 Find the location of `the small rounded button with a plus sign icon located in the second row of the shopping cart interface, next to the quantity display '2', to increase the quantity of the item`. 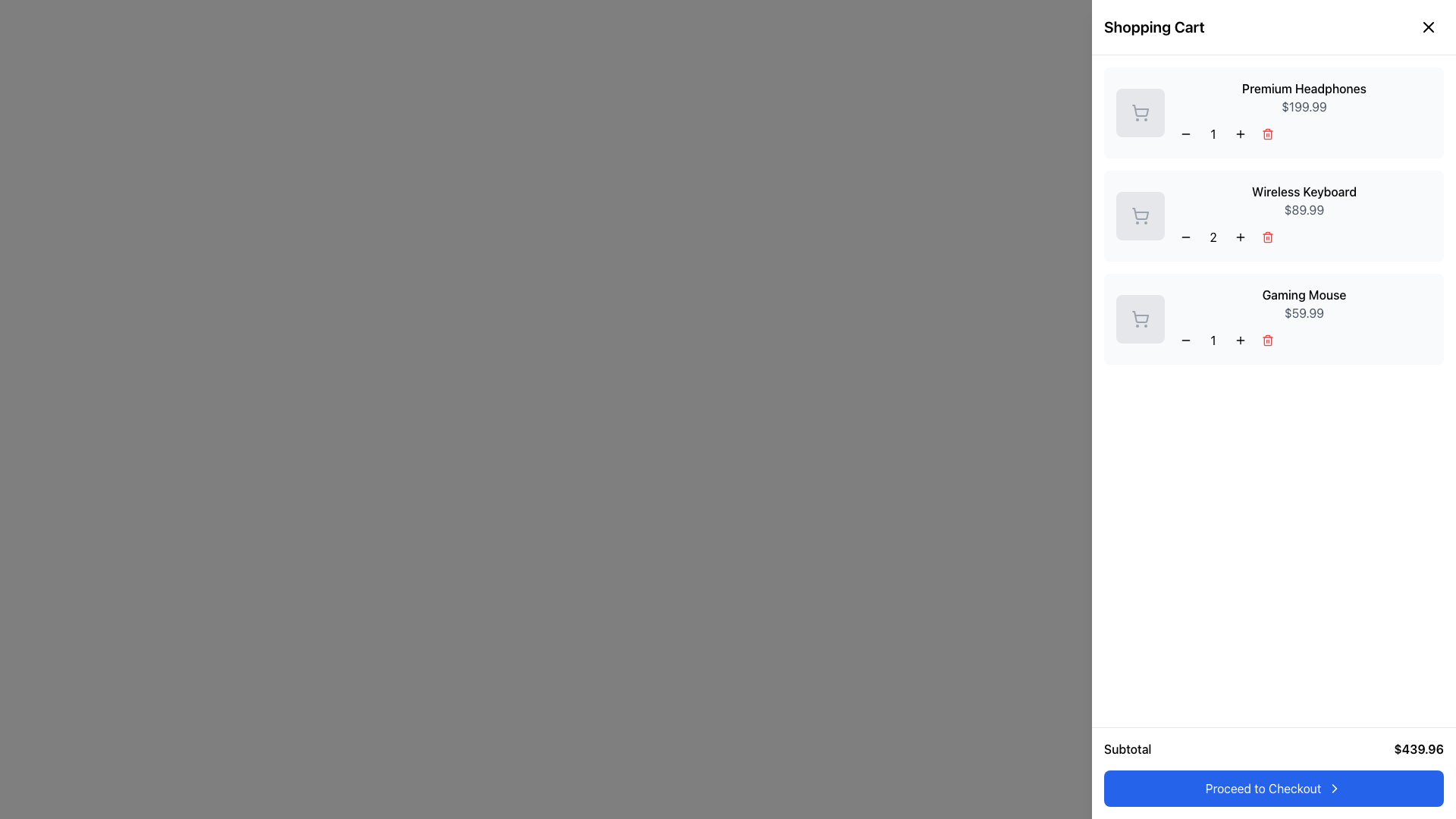

the small rounded button with a plus sign icon located in the second row of the shopping cart interface, next to the quantity display '2', to increase the quantity of the item is located at coordinates (1241, 237).